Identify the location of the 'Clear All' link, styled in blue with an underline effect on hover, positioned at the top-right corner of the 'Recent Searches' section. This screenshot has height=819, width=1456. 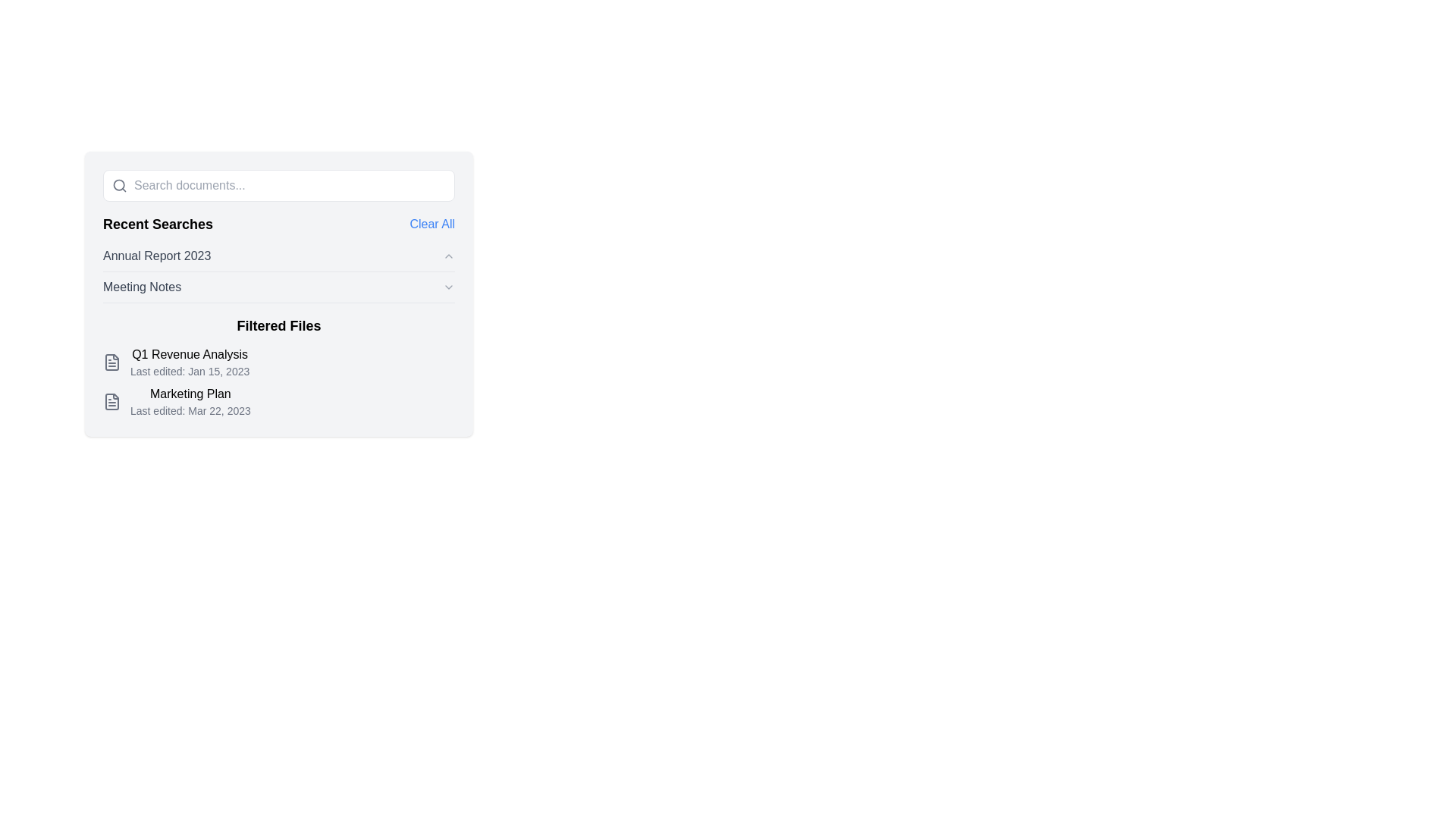
(431, 224).